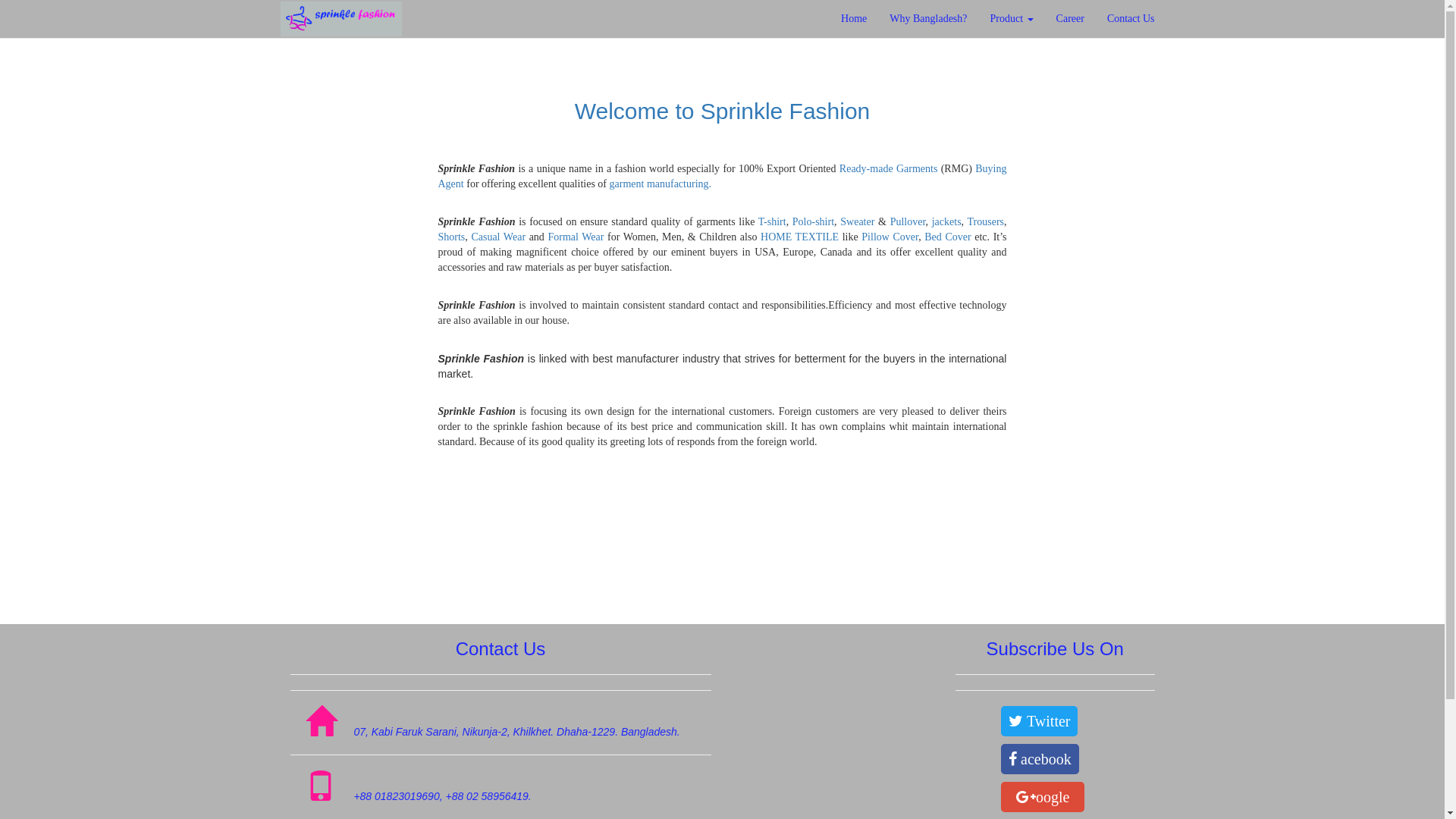 The image size is (1456, 819). I want to click on 'Why Bangladesh?', so click(877, 18).